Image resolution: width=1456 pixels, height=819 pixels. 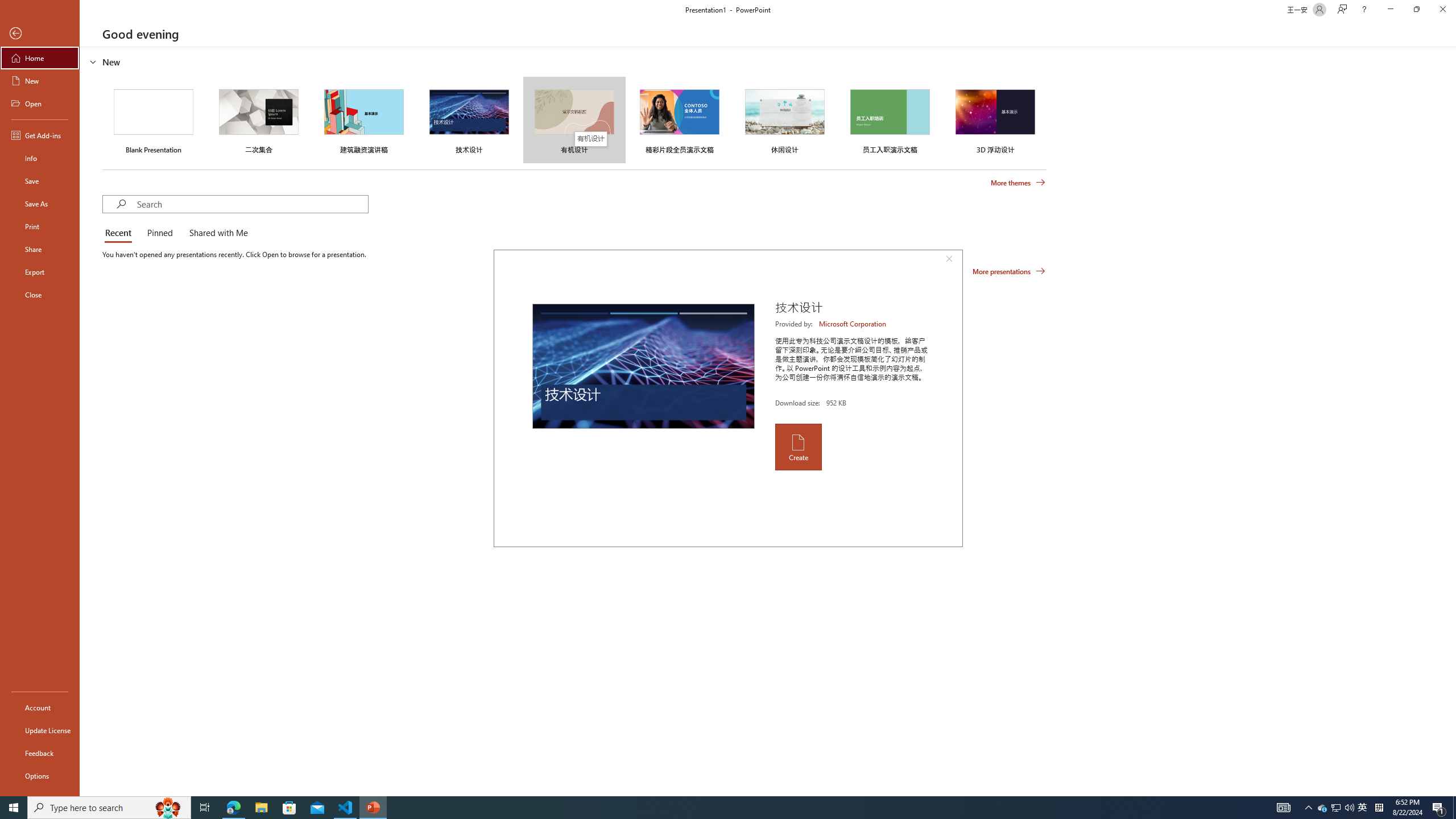 What do you see at coordinates (797, 446) in the screenshot?
I see `'Create'` at bounding box center [797, 446].